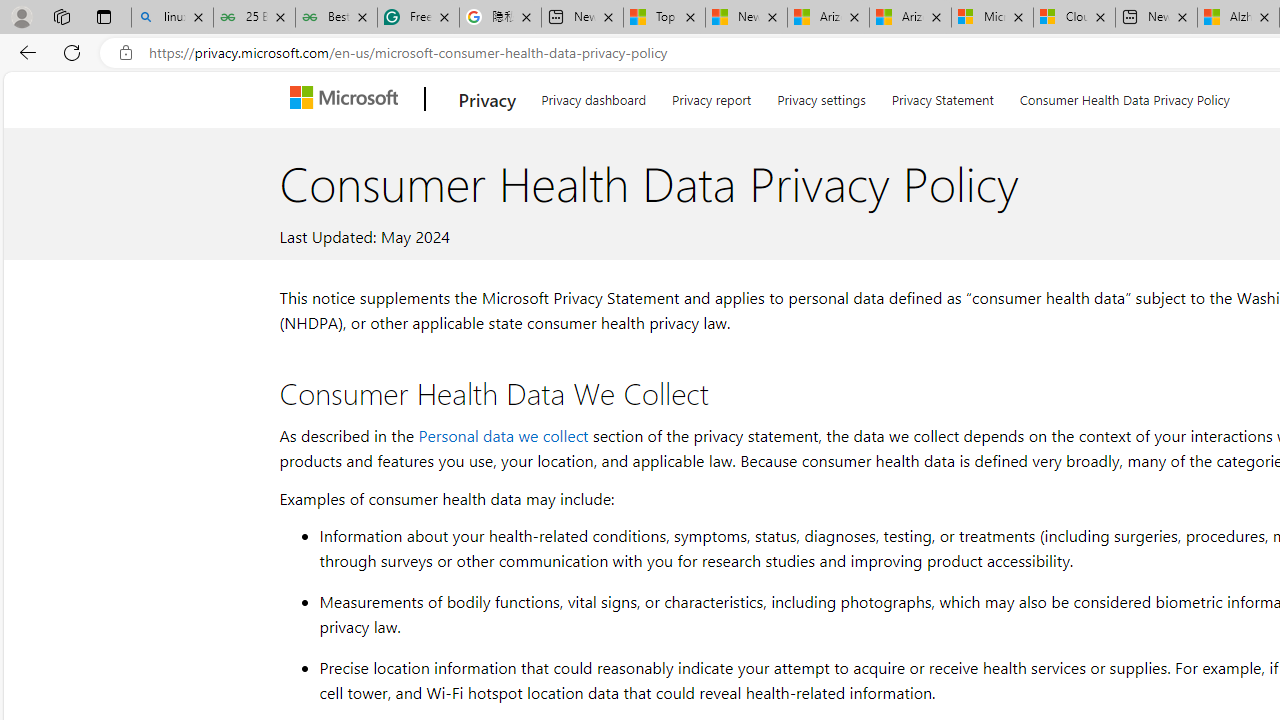 This screenshot has width=1280, height=720. I want to click on 'Free AI Writing Assistance for Students | Grammarly', so click(417, 17).